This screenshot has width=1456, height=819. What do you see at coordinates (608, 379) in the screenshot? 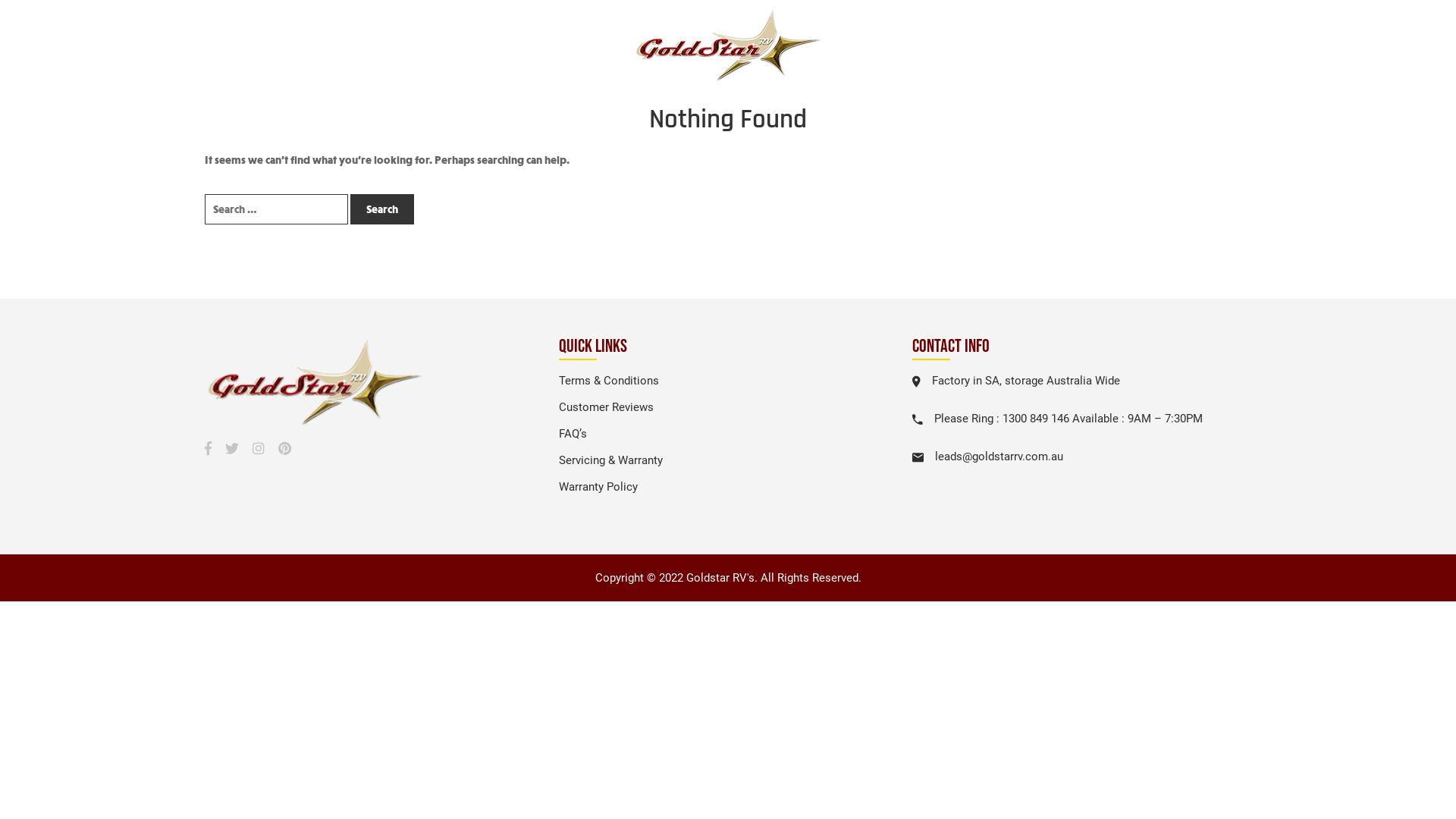
I see `'Terms & Conditions'` at bounding box center [608, 379].